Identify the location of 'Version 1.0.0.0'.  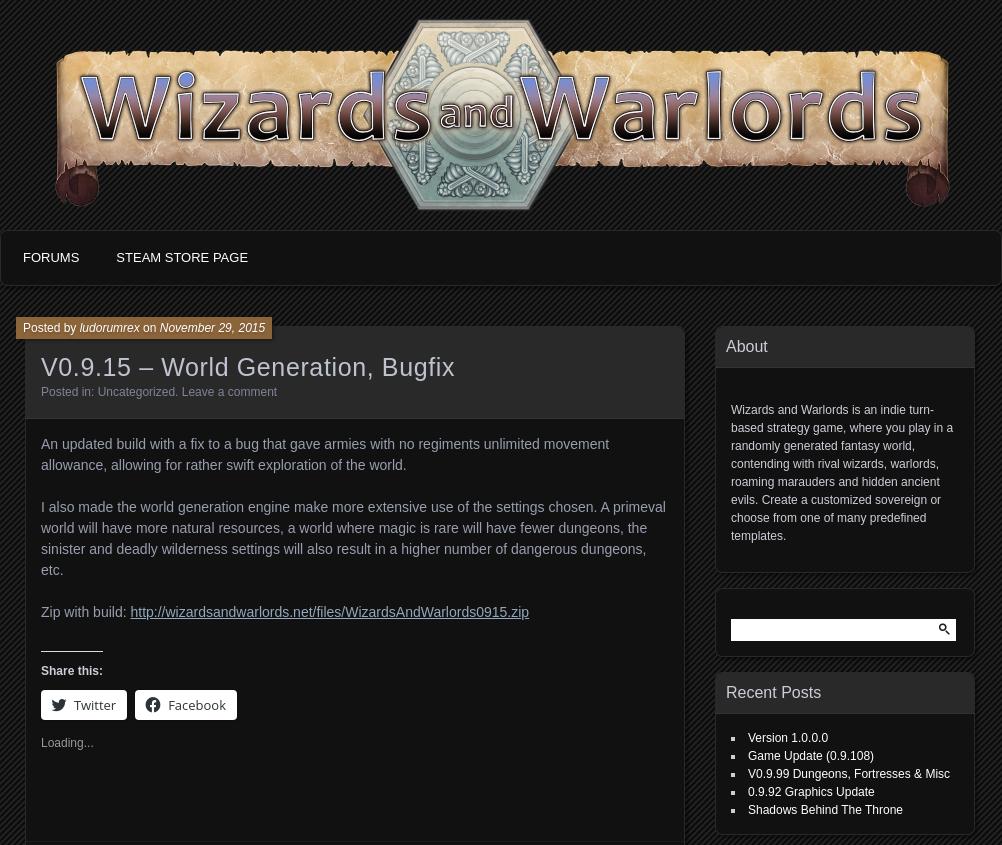
(786, 737).